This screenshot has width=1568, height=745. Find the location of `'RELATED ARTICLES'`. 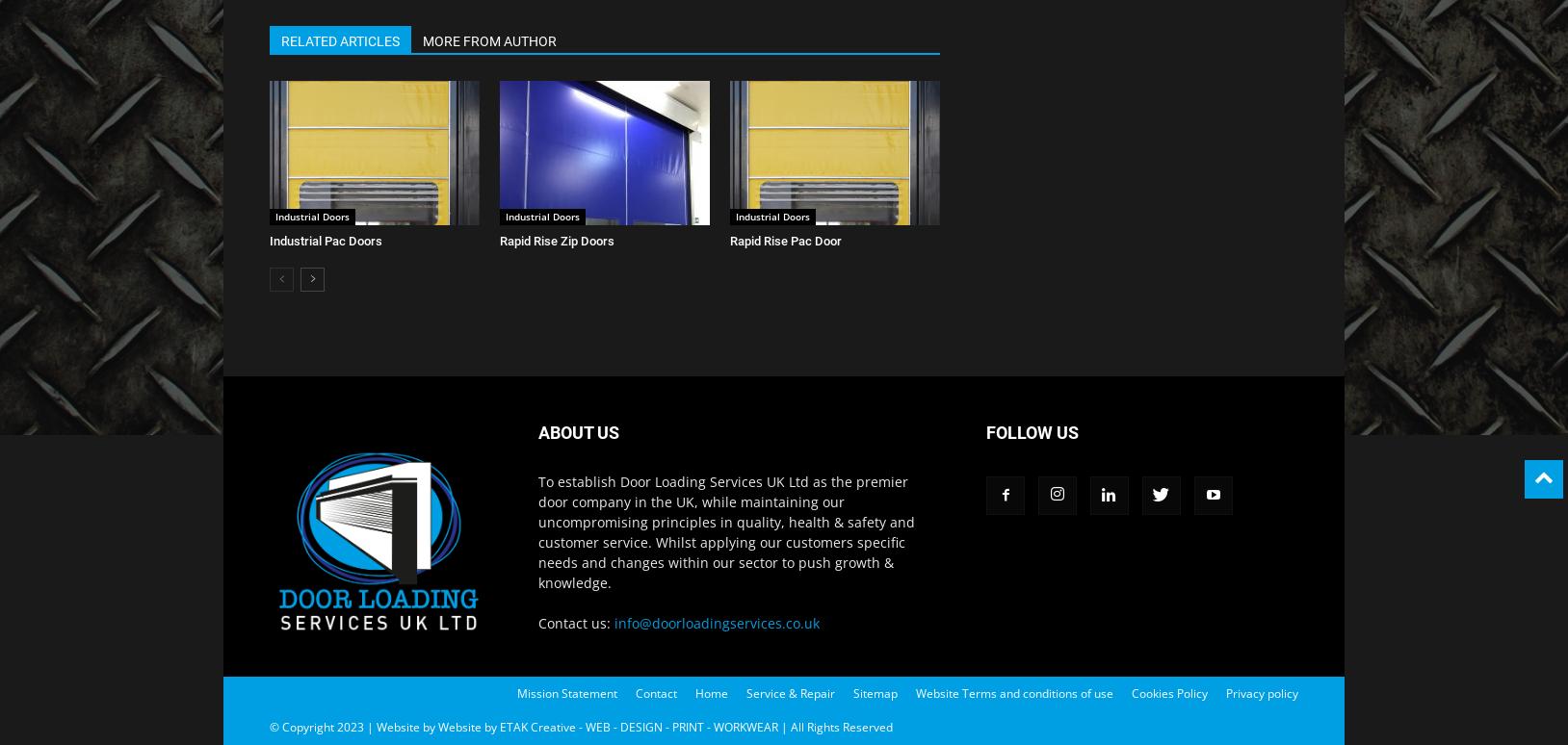

'RELATED ARTICLES' is located at coordinates (340, 40).